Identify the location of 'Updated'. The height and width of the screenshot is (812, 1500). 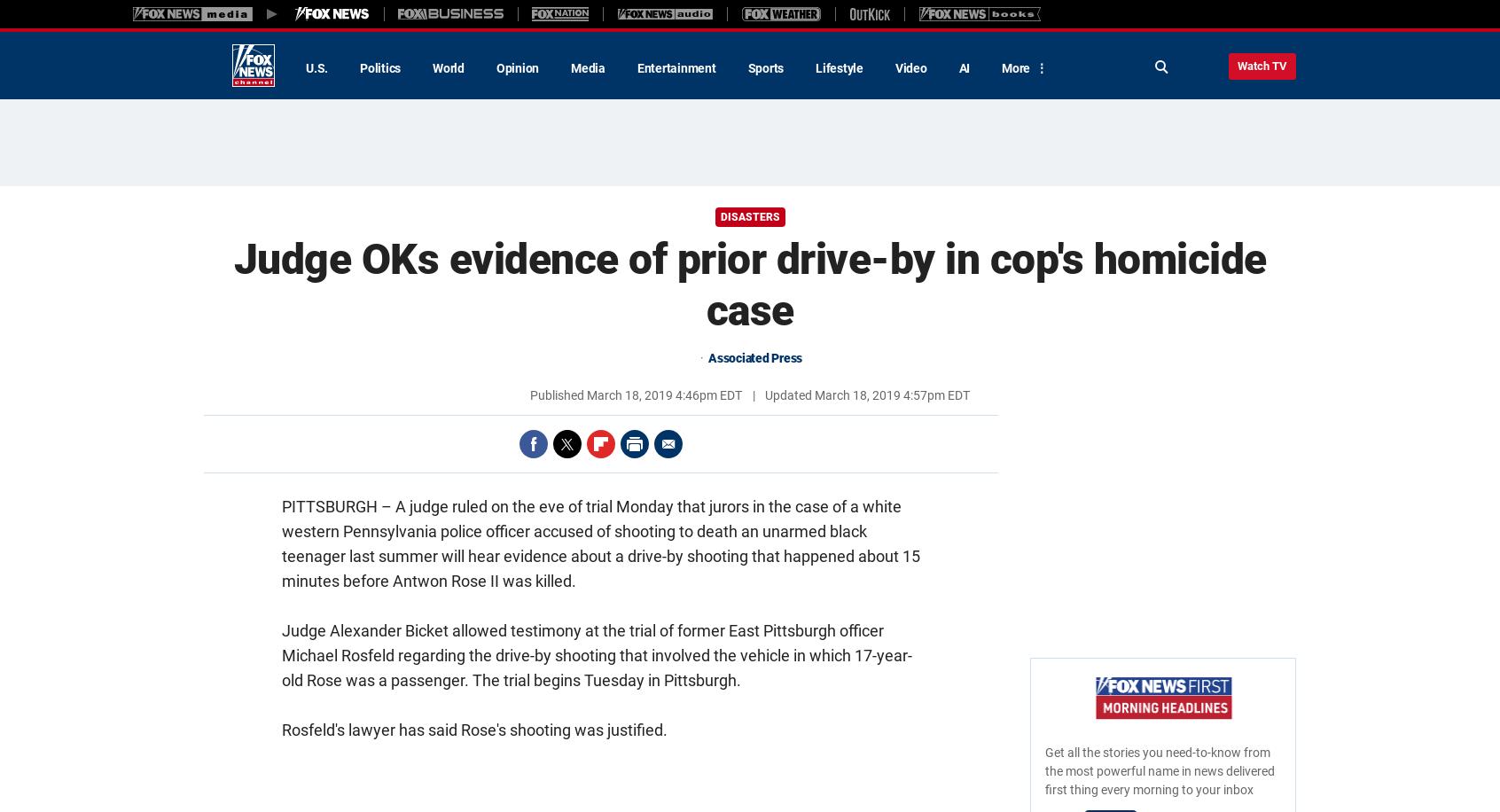
(787, 394).